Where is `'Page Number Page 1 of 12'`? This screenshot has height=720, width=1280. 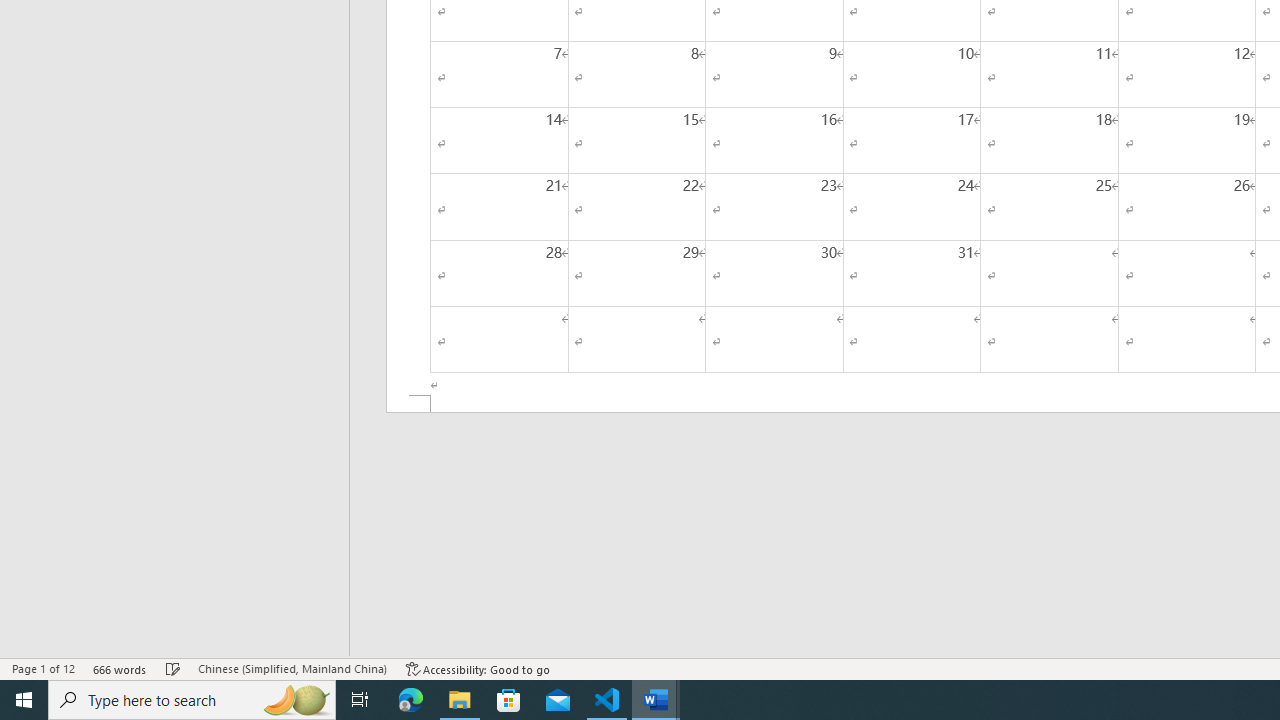 'Page Number Page 1 of 12' is located at coordinates (43, 669).